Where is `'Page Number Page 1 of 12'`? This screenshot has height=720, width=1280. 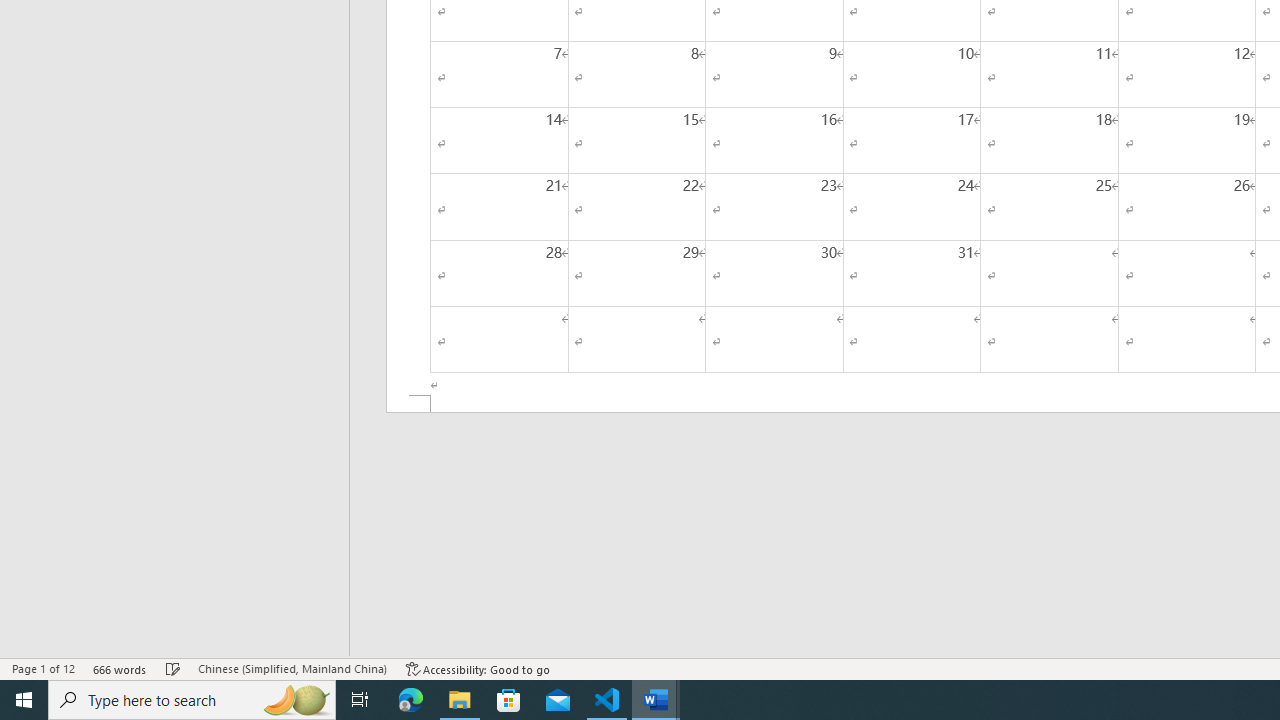 'Page Number Page 1 of 12' is located at coordinates (43, 669).